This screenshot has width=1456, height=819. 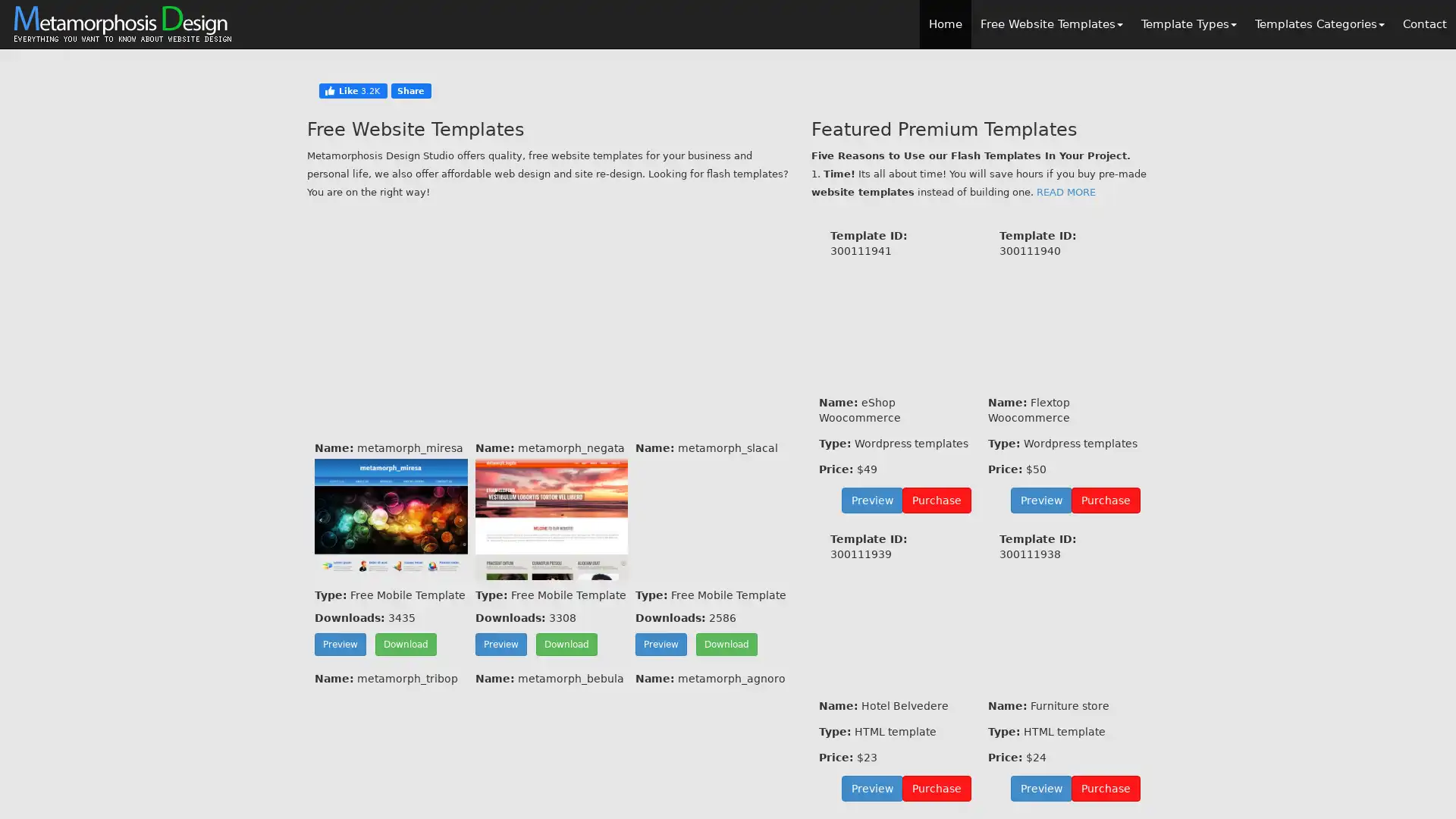 What do you see at coordinates (1105, 788) in the screenshot?
I see `Purchase` at bounding box center [1105, 788].